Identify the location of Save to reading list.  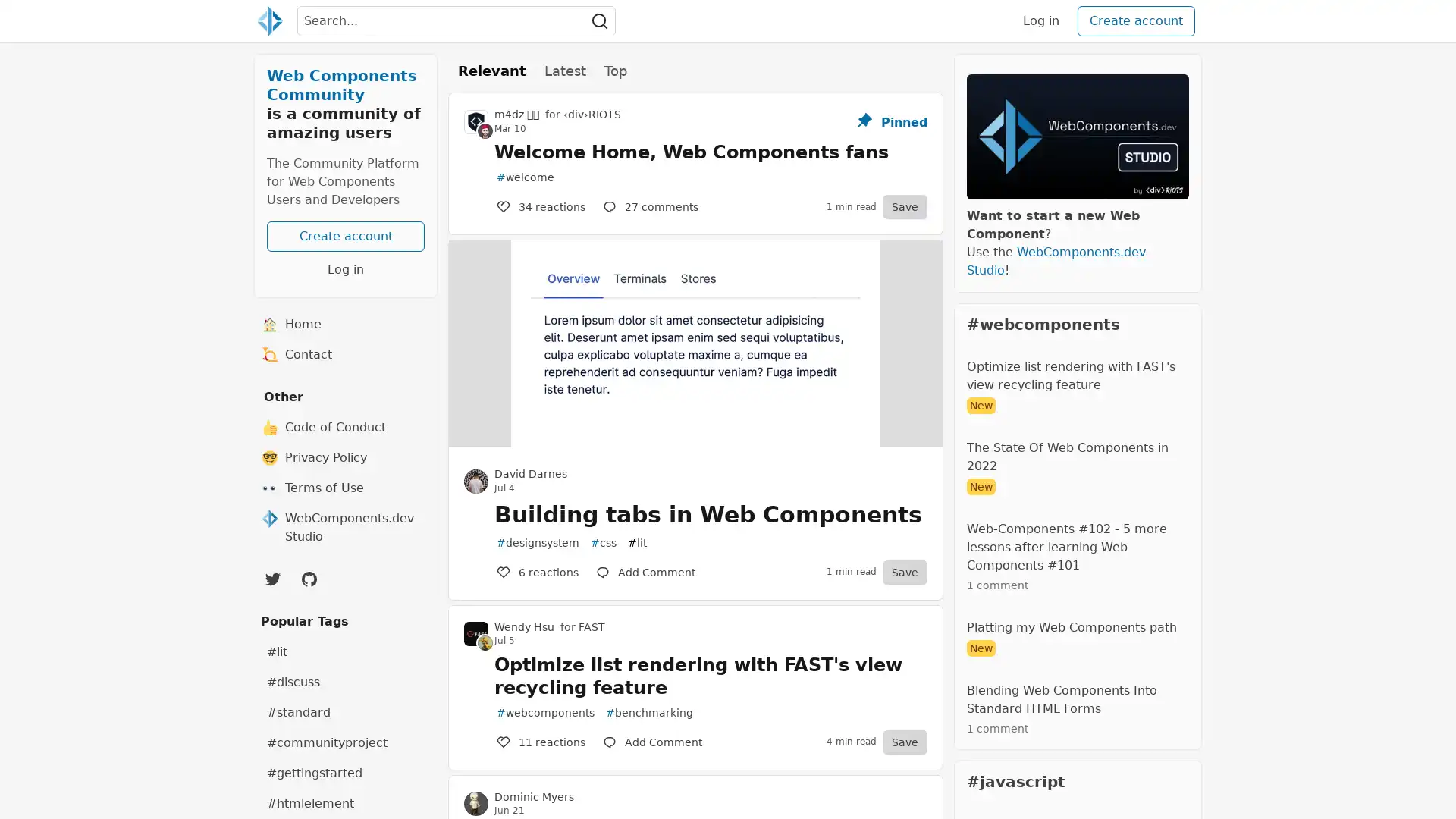
(904, 741).